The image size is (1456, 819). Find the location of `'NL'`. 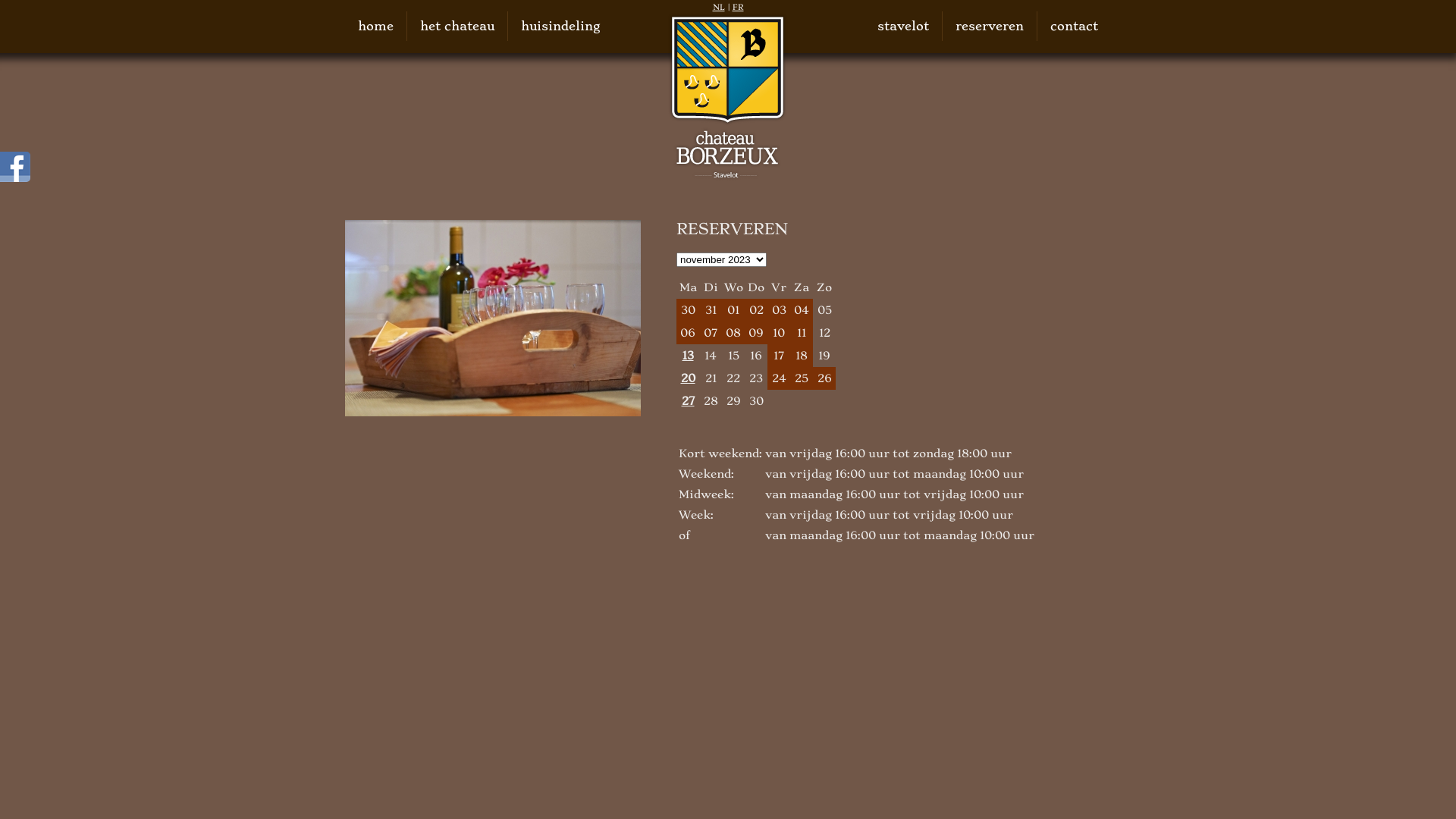

'NL' is located at coordinates (718, 7).